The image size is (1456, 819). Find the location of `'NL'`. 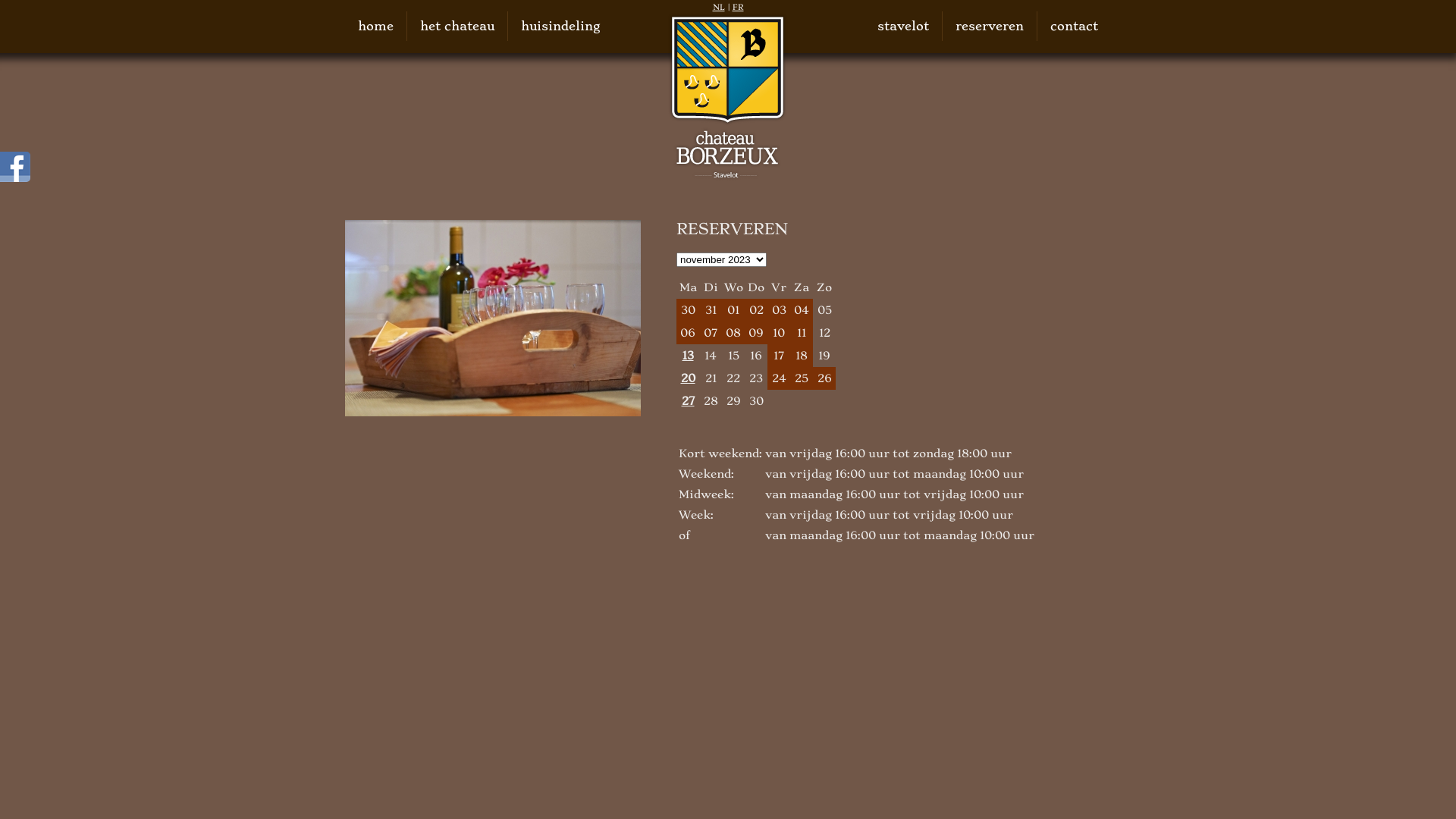

'NL' is located at coordinates (718, 7).